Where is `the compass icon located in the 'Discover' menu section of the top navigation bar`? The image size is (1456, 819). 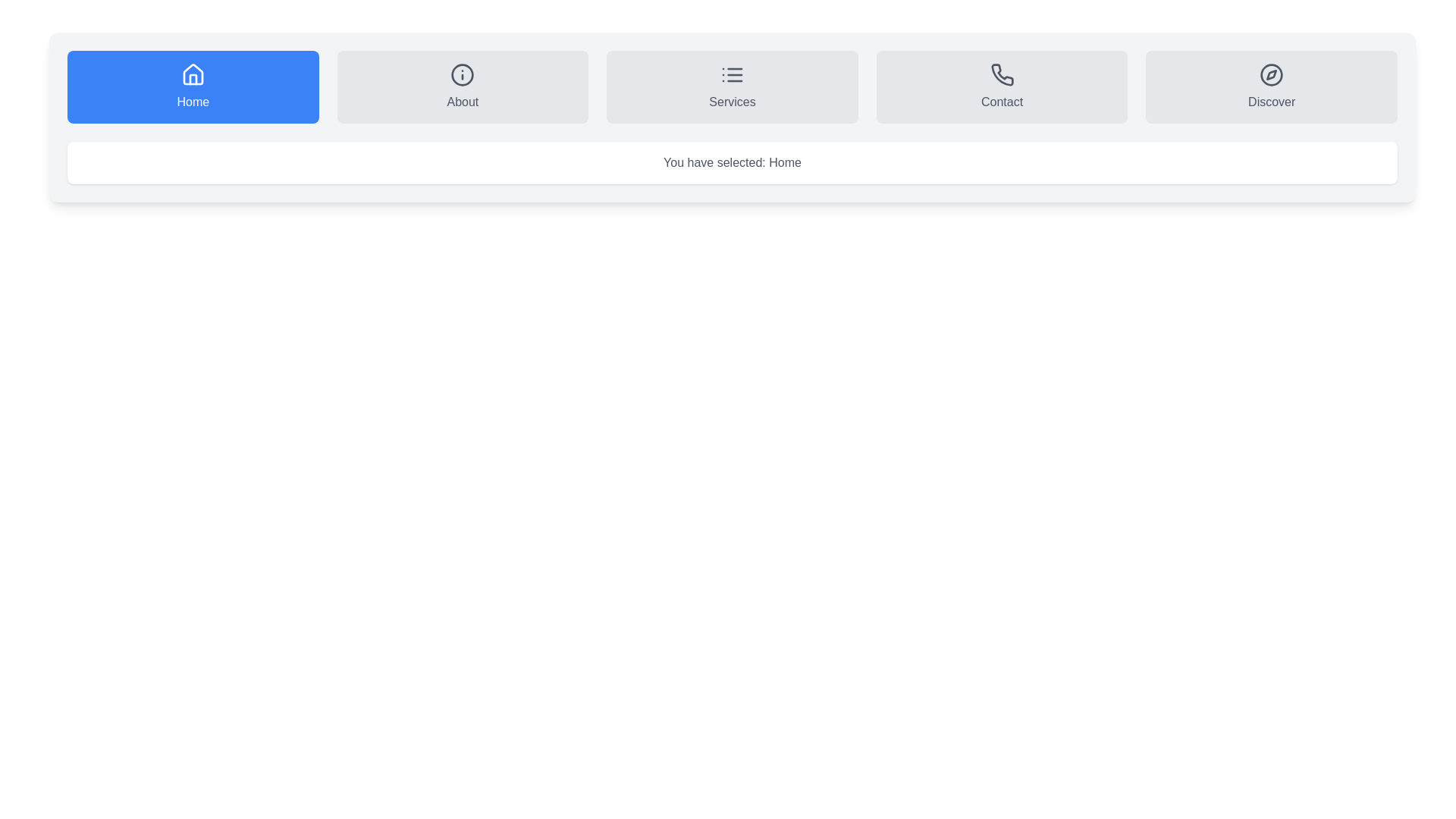
the compass icon located in the 'Discover' menu section of the top navigation bar is located at coordinates (1272, 75).